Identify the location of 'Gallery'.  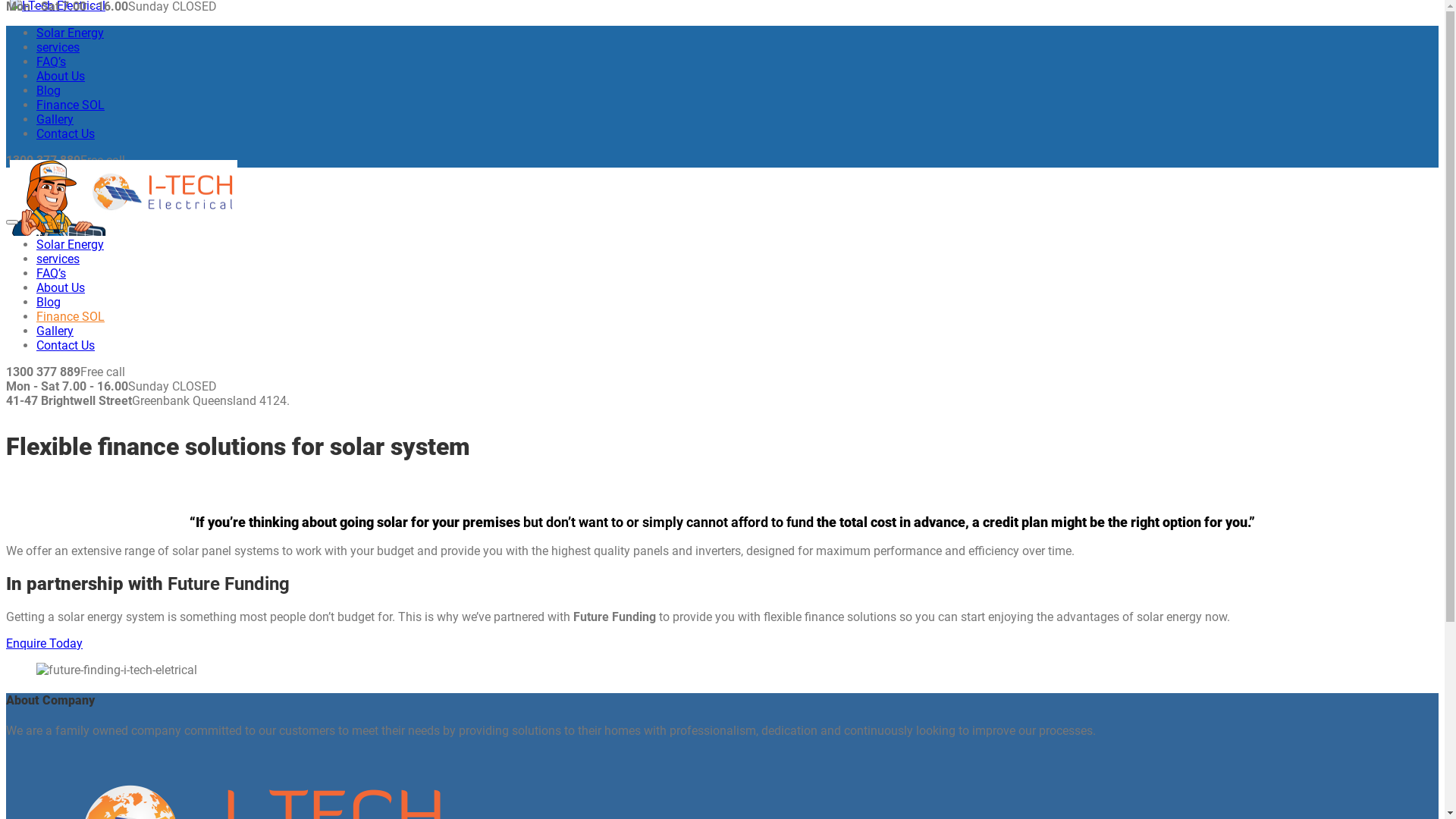
(55, 118).